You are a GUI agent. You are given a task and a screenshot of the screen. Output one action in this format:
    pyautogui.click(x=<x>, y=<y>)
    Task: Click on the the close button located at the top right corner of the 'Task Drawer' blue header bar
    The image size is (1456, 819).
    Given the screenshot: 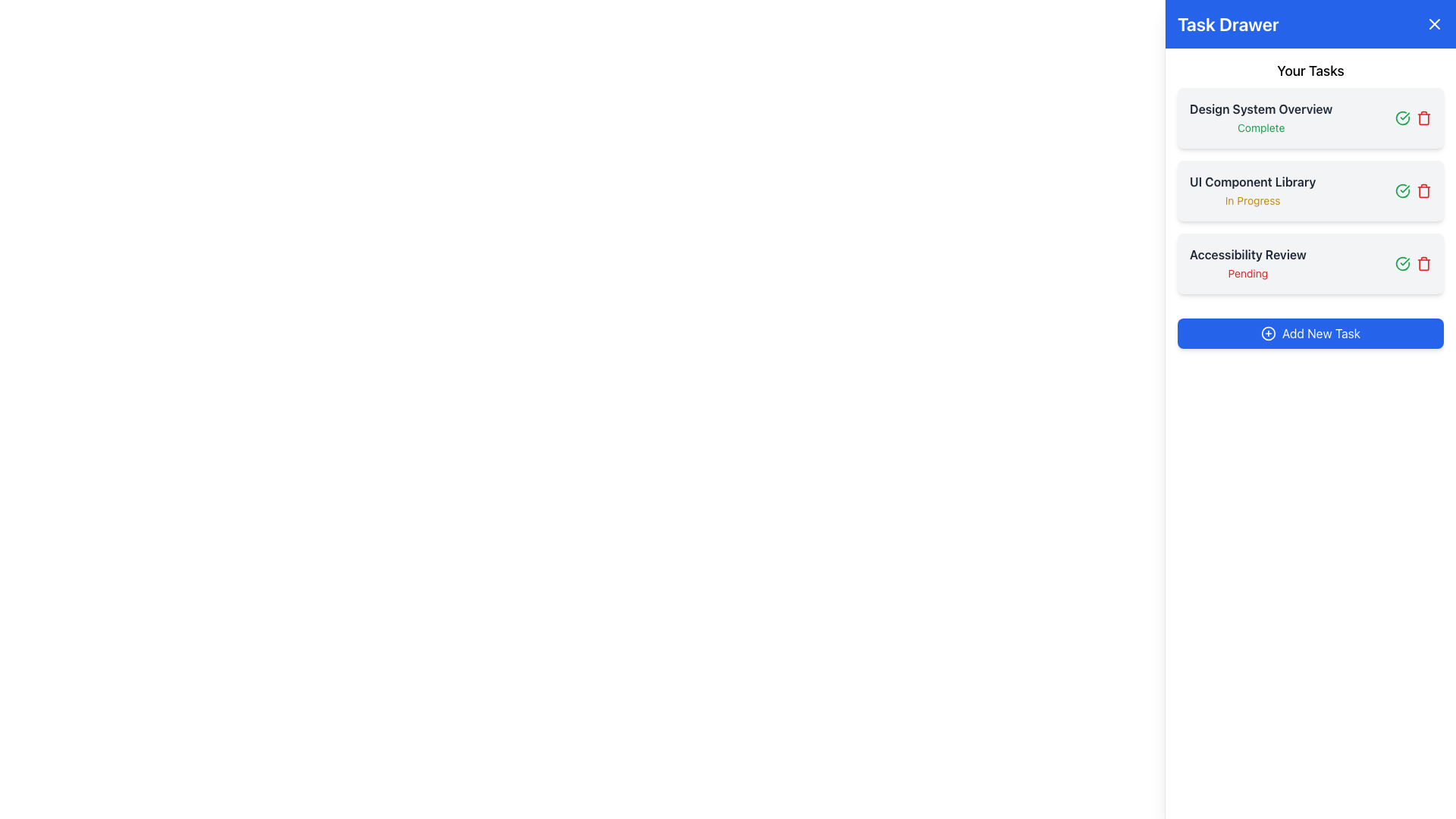 What is the action you would take?
    pyautogui.click(x=1433, y=24)
    